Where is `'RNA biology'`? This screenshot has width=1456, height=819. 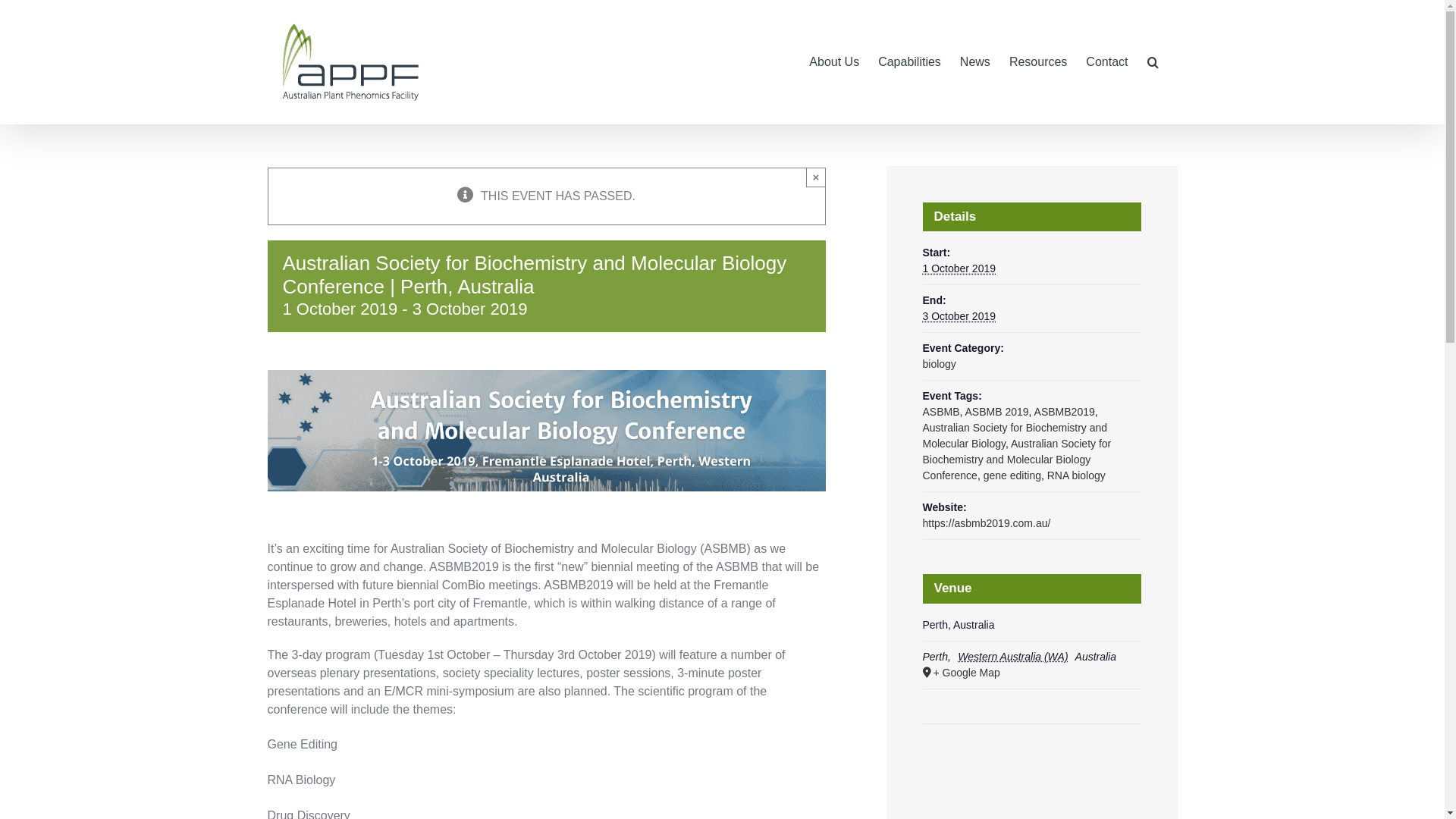 'RNA biology' is located at coordinates (1046, 475).